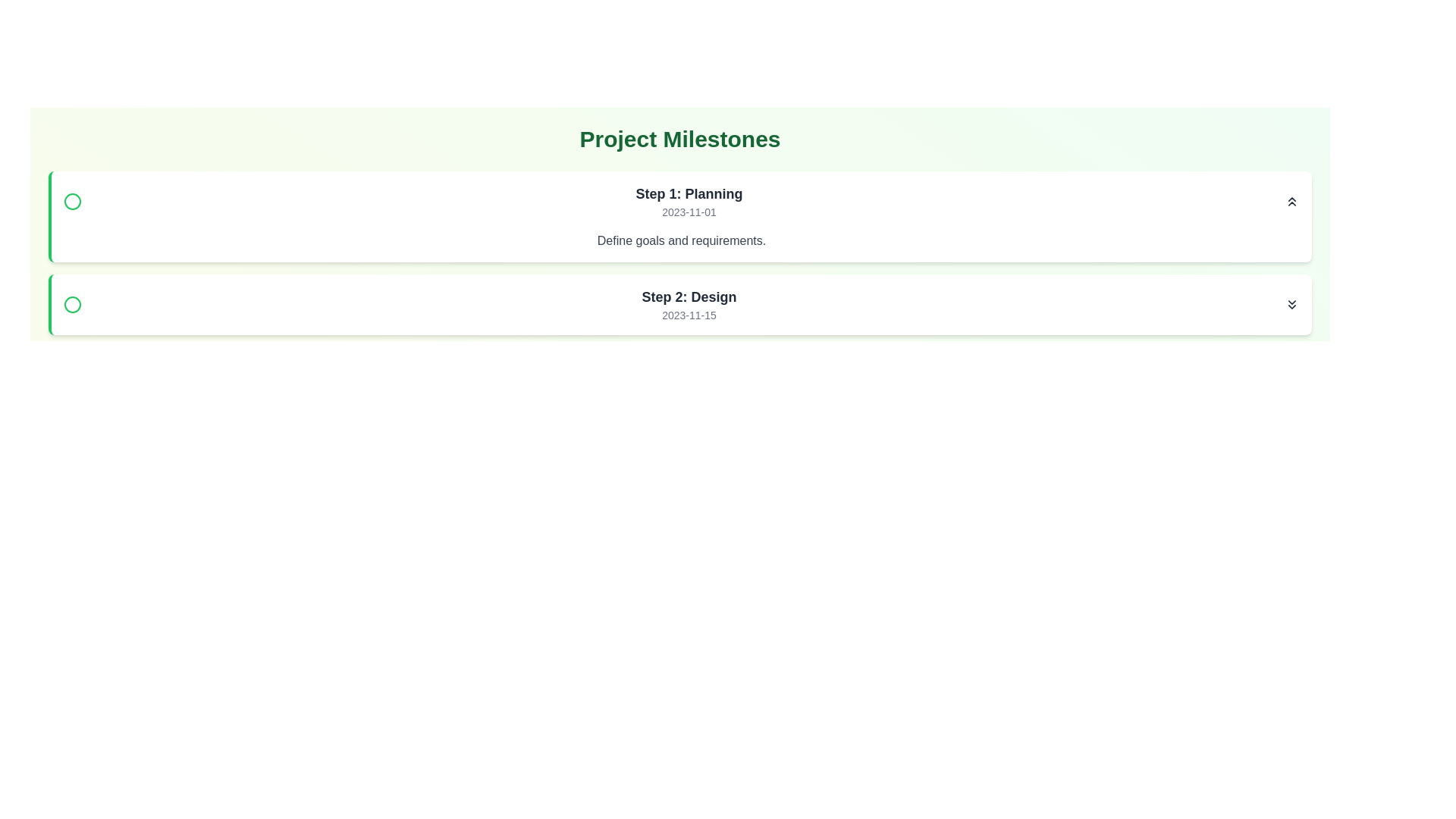 The image size is (1456, 819). What do you see at coordinates (72, 201) in the screenshot?
I see `the status icon indicating 'Step 1: Planning' in the milestone tracker, located at the far-left of the row layout` at bounding box center [72, 201].